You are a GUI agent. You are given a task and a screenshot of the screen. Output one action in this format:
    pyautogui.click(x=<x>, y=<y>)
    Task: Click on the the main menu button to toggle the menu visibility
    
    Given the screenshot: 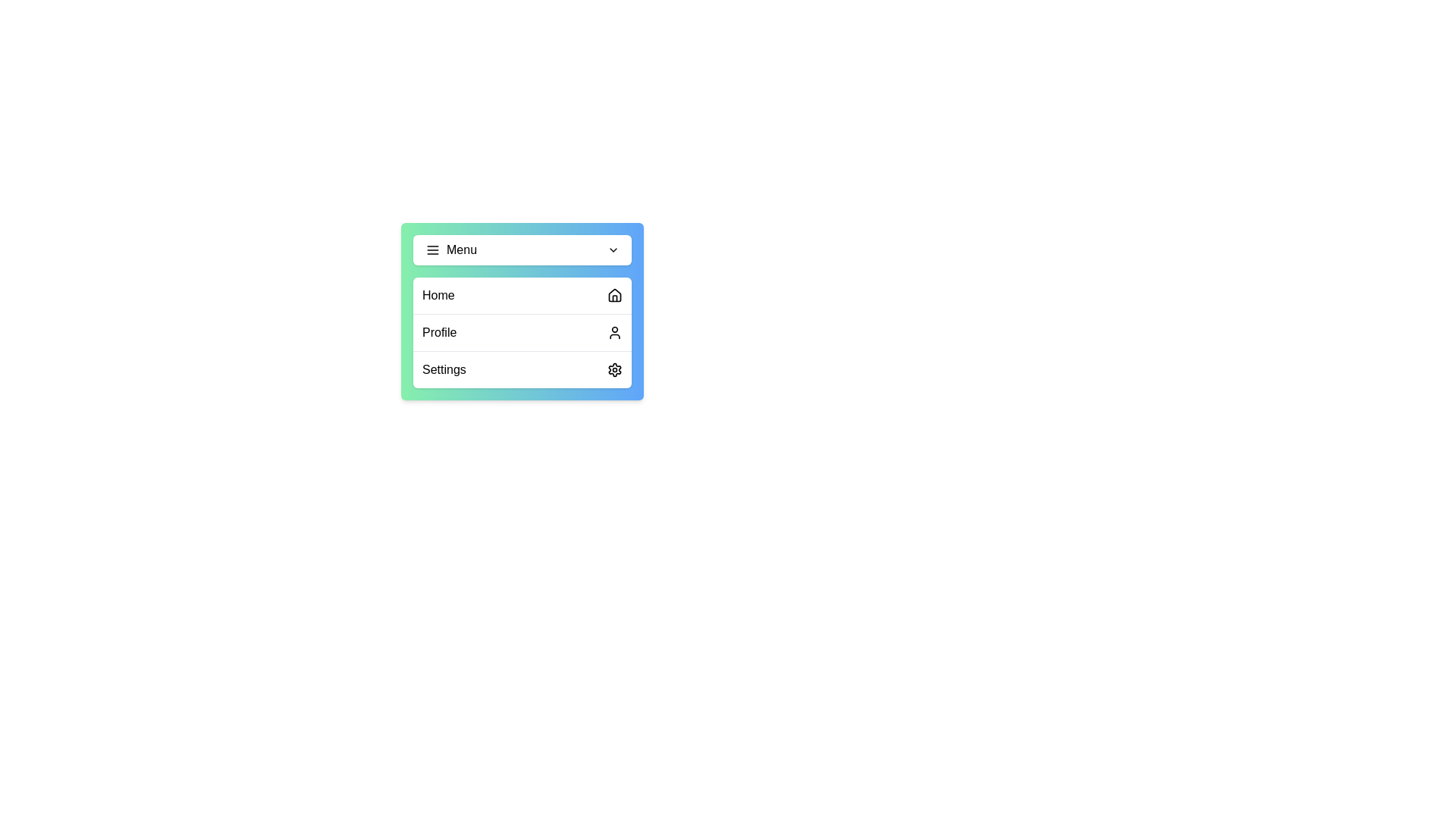 What is the action you would take?
    pyautogui.click(x=522, y=249)
    